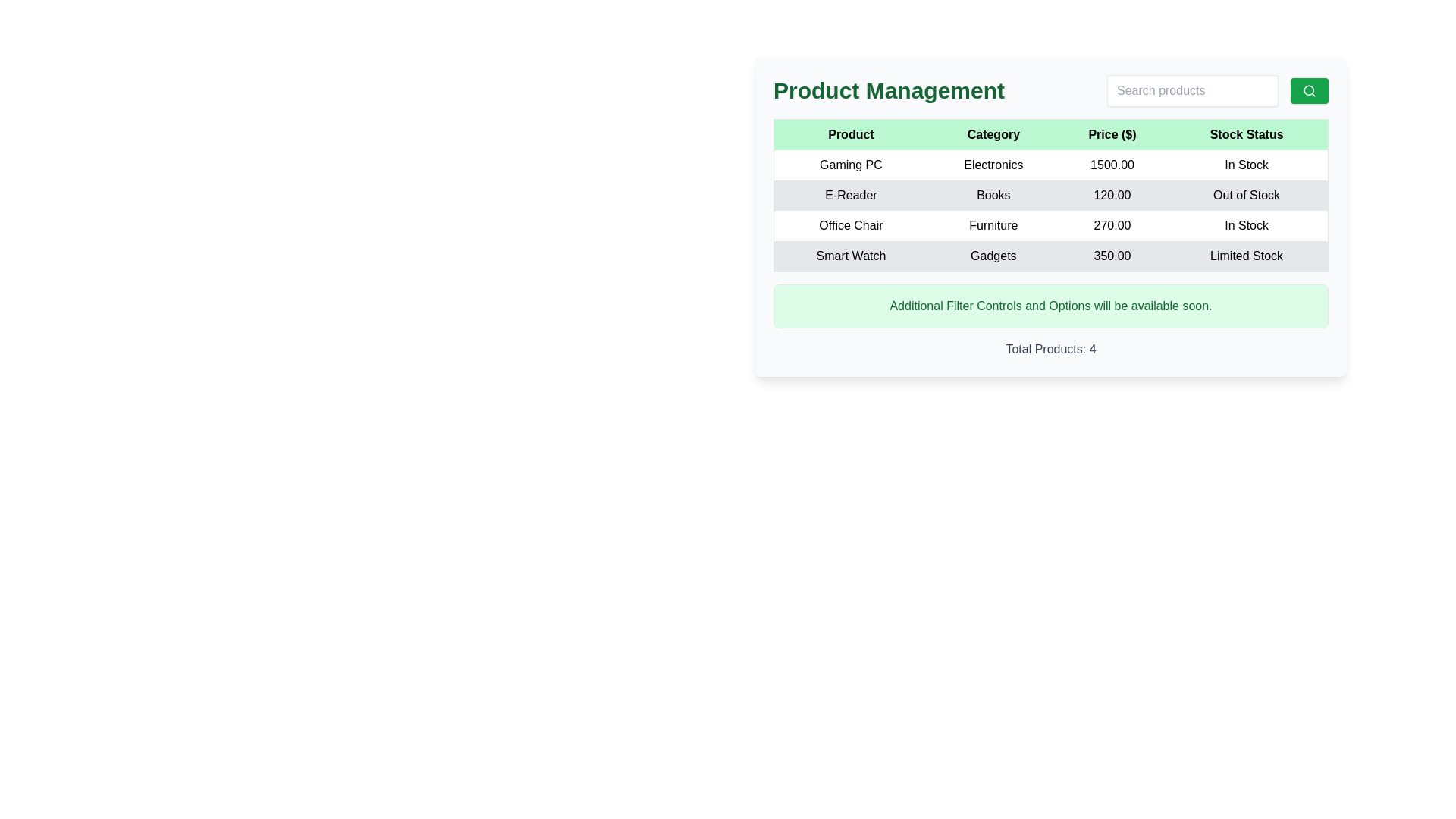 The height and width of the screenshot is (819, 1456). What do you see at coordinates (851, 133) in the screenshot?
I see `the text label that displays 'Product', which is the leftmost header in the tabular layout under 'Product Management'` at bounding box center [851, 133].